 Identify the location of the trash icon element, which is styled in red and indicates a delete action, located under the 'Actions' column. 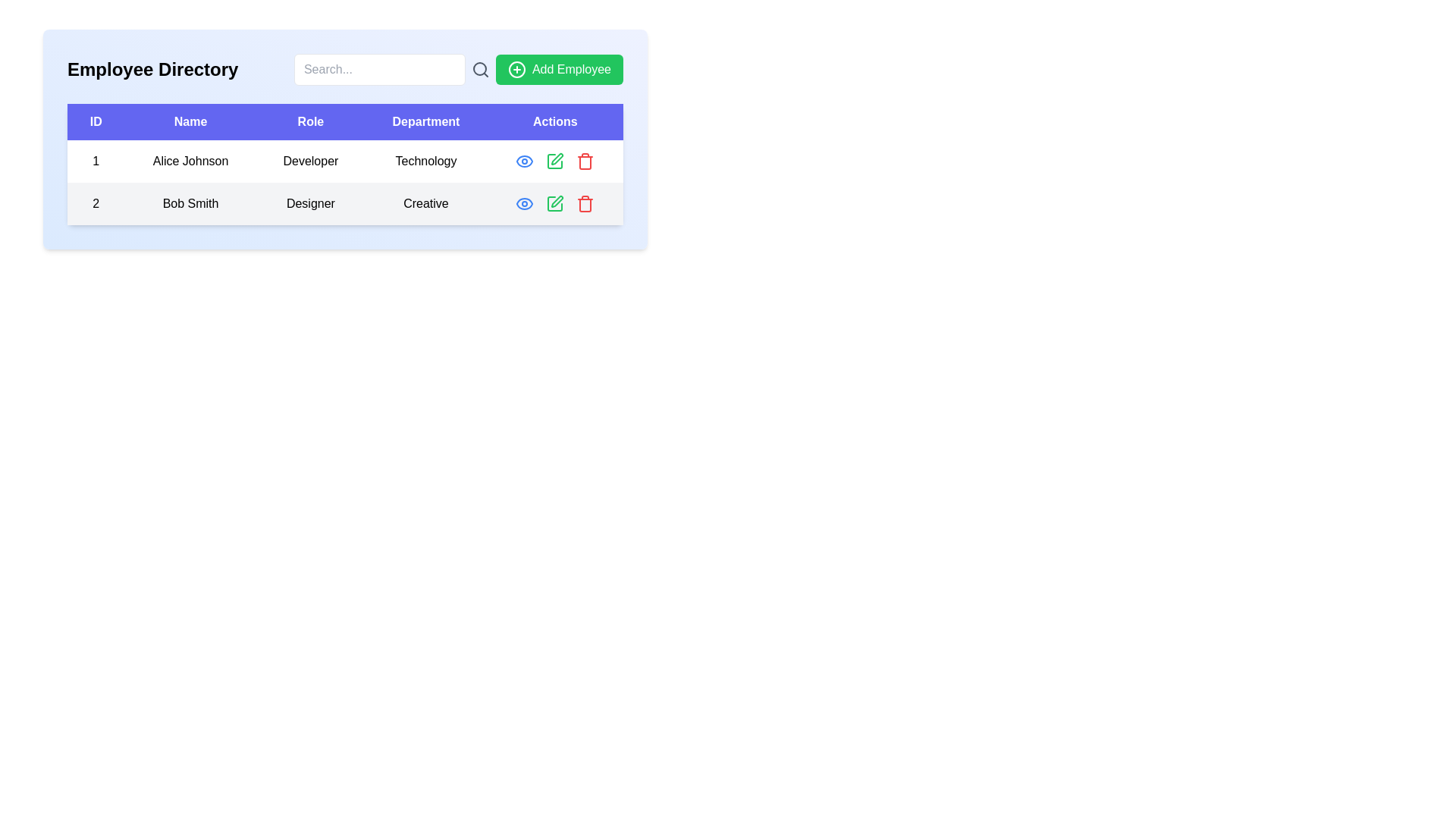
(585, 163).